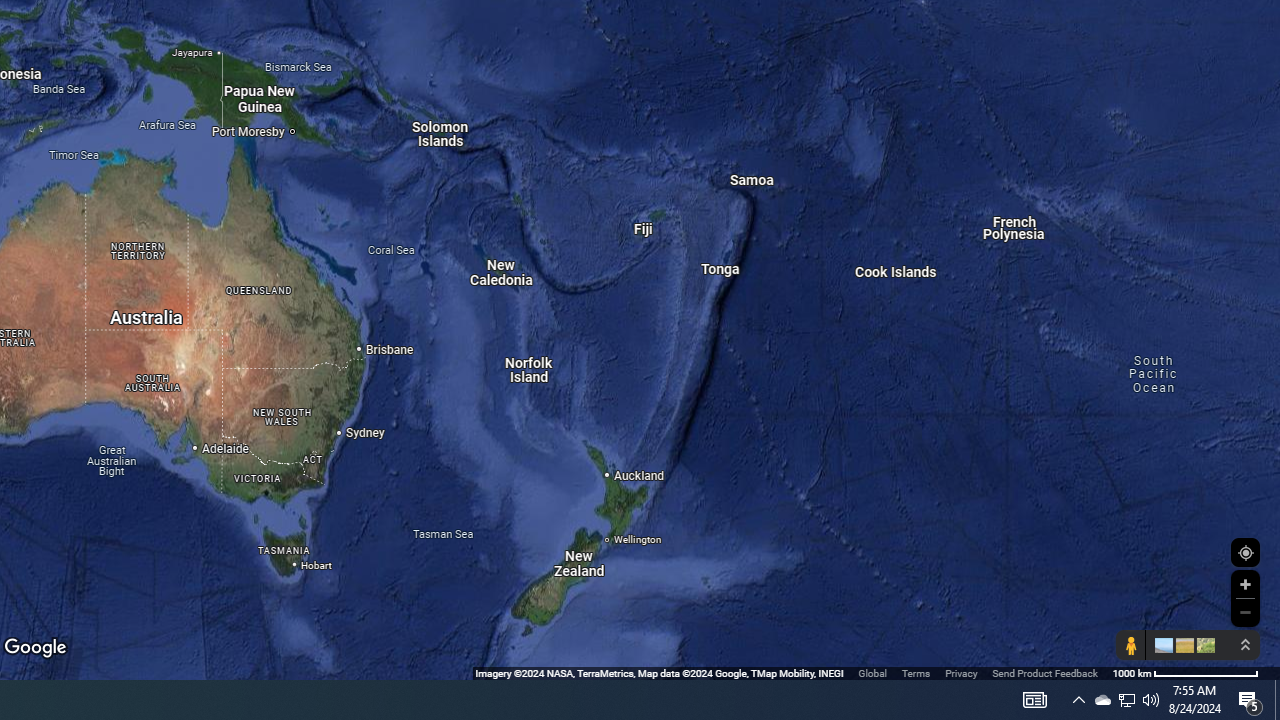 The width and height of the screenshot is (1280, 720). Describe the element at coordinates (961, 673) in the screenshot. I see `'Privacy'` at that location.